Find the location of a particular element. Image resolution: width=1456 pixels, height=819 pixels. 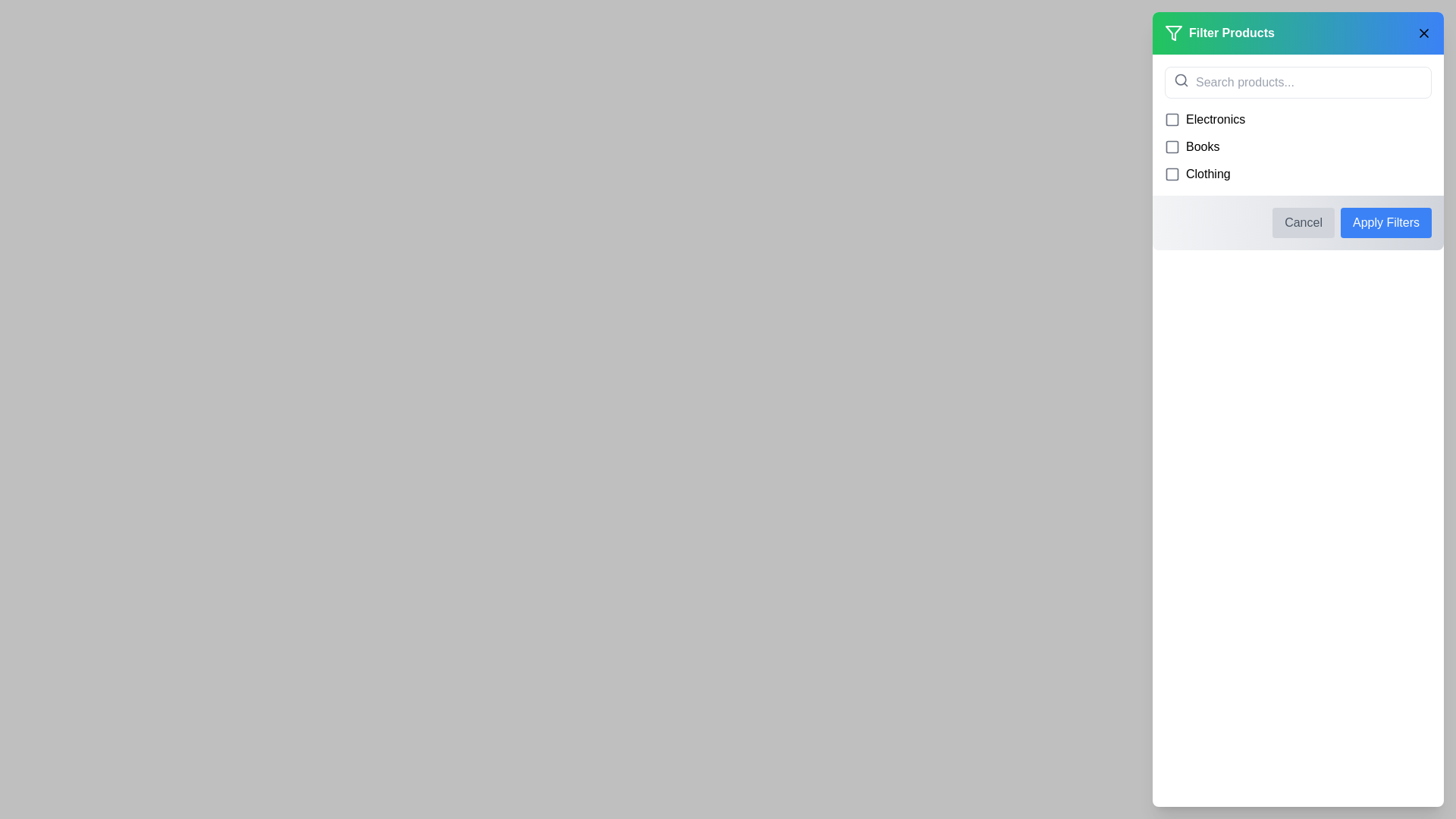

the circular component inside the magnifying glass icon located in the top-left corner of the filter panel is located at coordinates (1180, 80).